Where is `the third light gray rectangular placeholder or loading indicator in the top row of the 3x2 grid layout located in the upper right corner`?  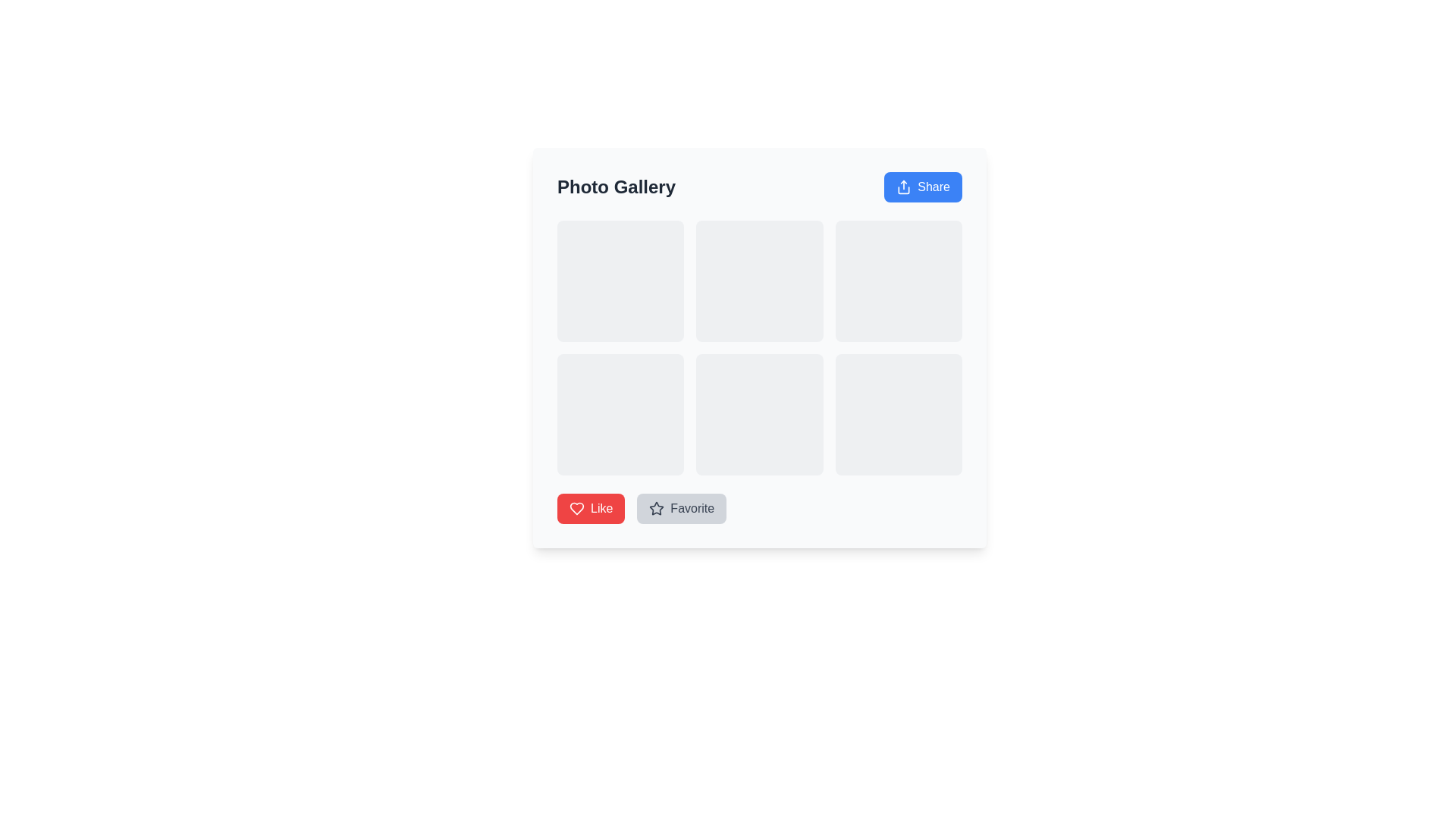 the third light gray rectangular placeholder or loading indicator in the top row of the 3x2 grid layout located in the upper right corner is located at coordinates (899, 281).